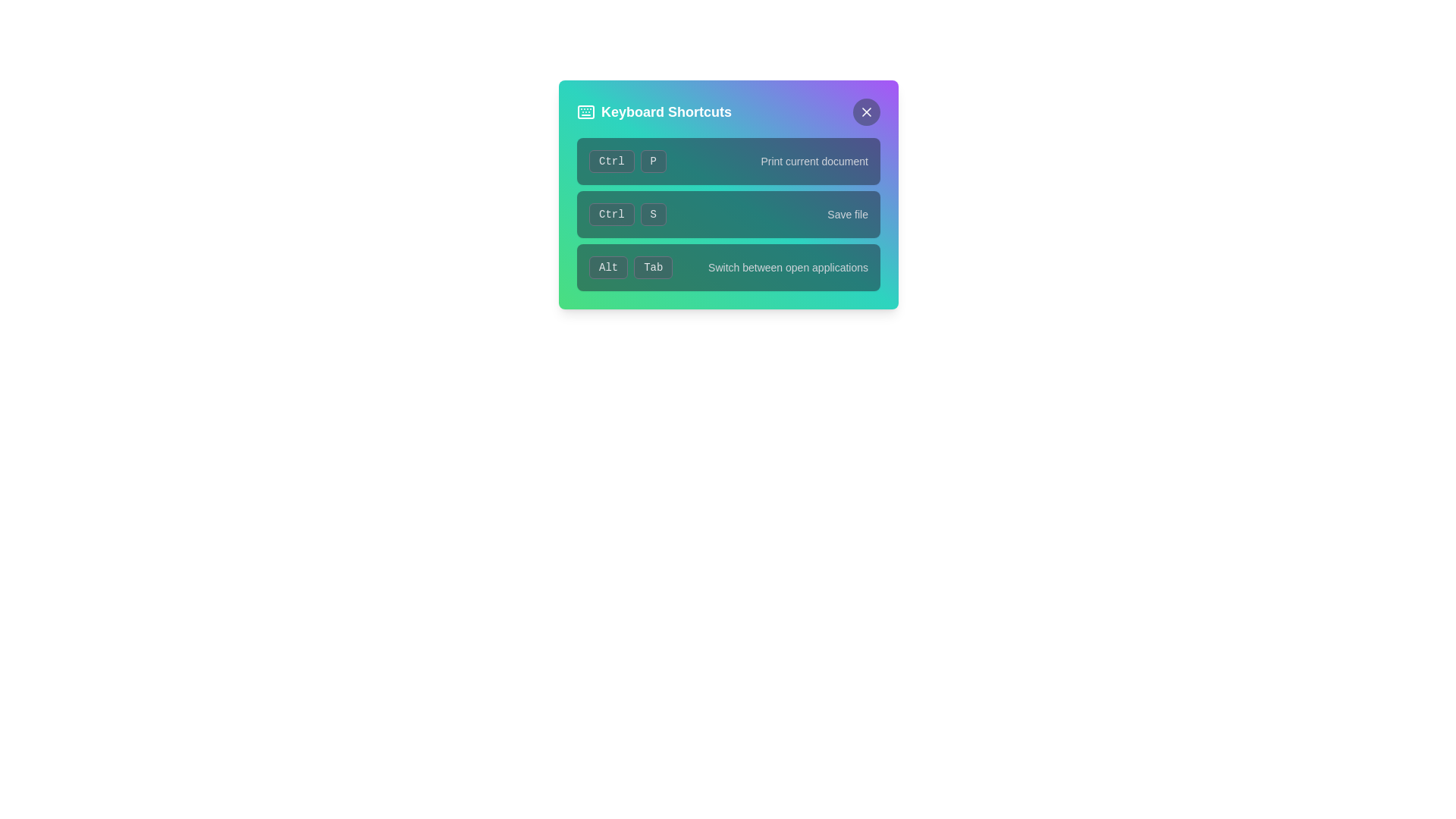  What do you see at coordinates (814, 161) in the screenshot?
I see `the non-interactive label providing the description of the keyboard shortcut 'Ctrl + P' in the Keyboard Shortcuts panel, located to the right of the keys 'Ctrl' and 'P'` at bounding box center [814, 161].